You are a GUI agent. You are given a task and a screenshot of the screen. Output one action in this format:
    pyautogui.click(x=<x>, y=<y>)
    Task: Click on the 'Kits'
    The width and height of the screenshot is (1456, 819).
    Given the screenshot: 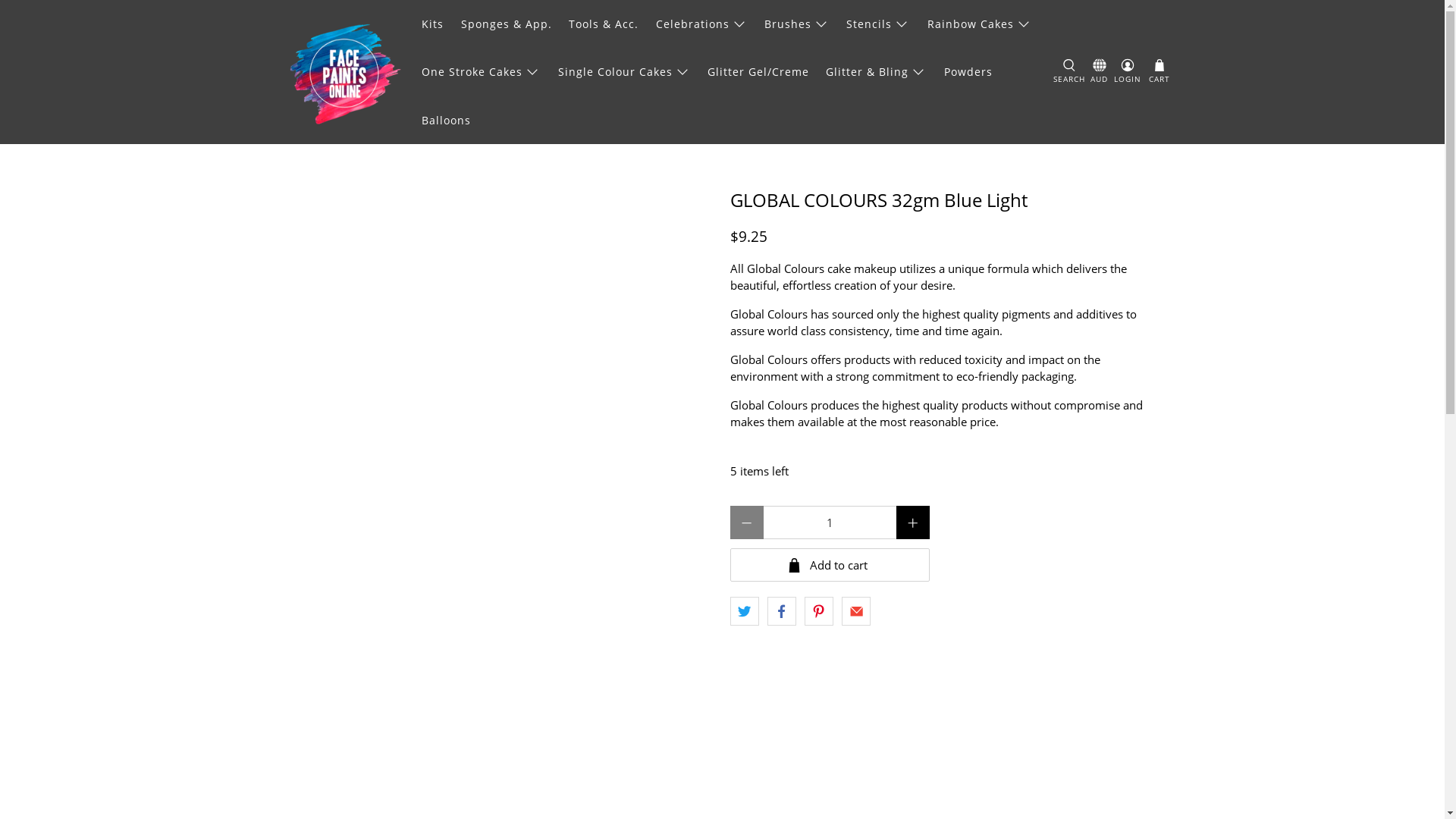 What is the action you would take?
    pyautogui.click(x=432, y=24)
    